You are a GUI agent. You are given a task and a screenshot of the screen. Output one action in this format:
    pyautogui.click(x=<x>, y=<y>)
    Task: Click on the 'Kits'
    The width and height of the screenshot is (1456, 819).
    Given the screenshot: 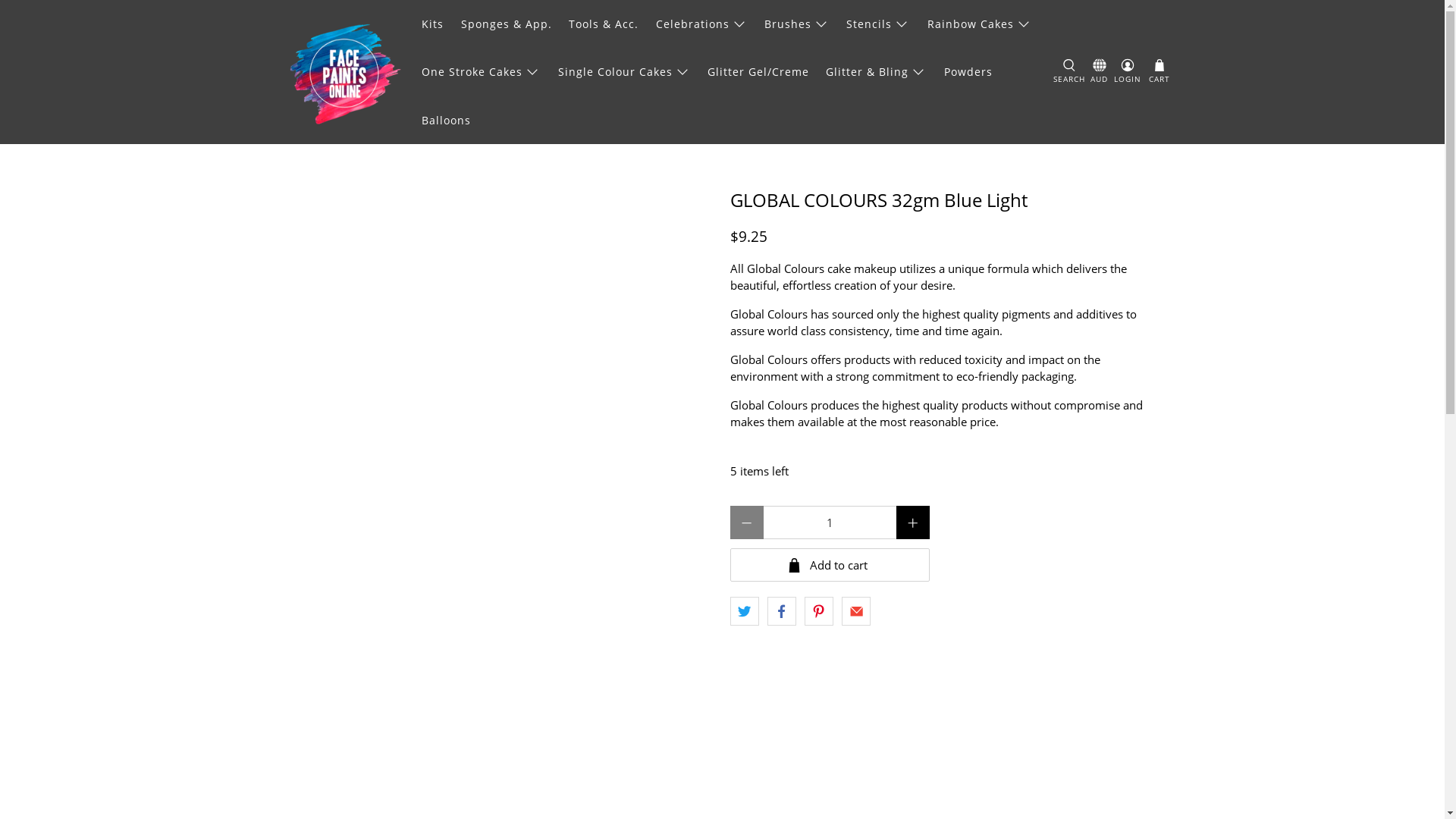 What is the action you would take?
    pyautogui.click(x=432, y=24)
    